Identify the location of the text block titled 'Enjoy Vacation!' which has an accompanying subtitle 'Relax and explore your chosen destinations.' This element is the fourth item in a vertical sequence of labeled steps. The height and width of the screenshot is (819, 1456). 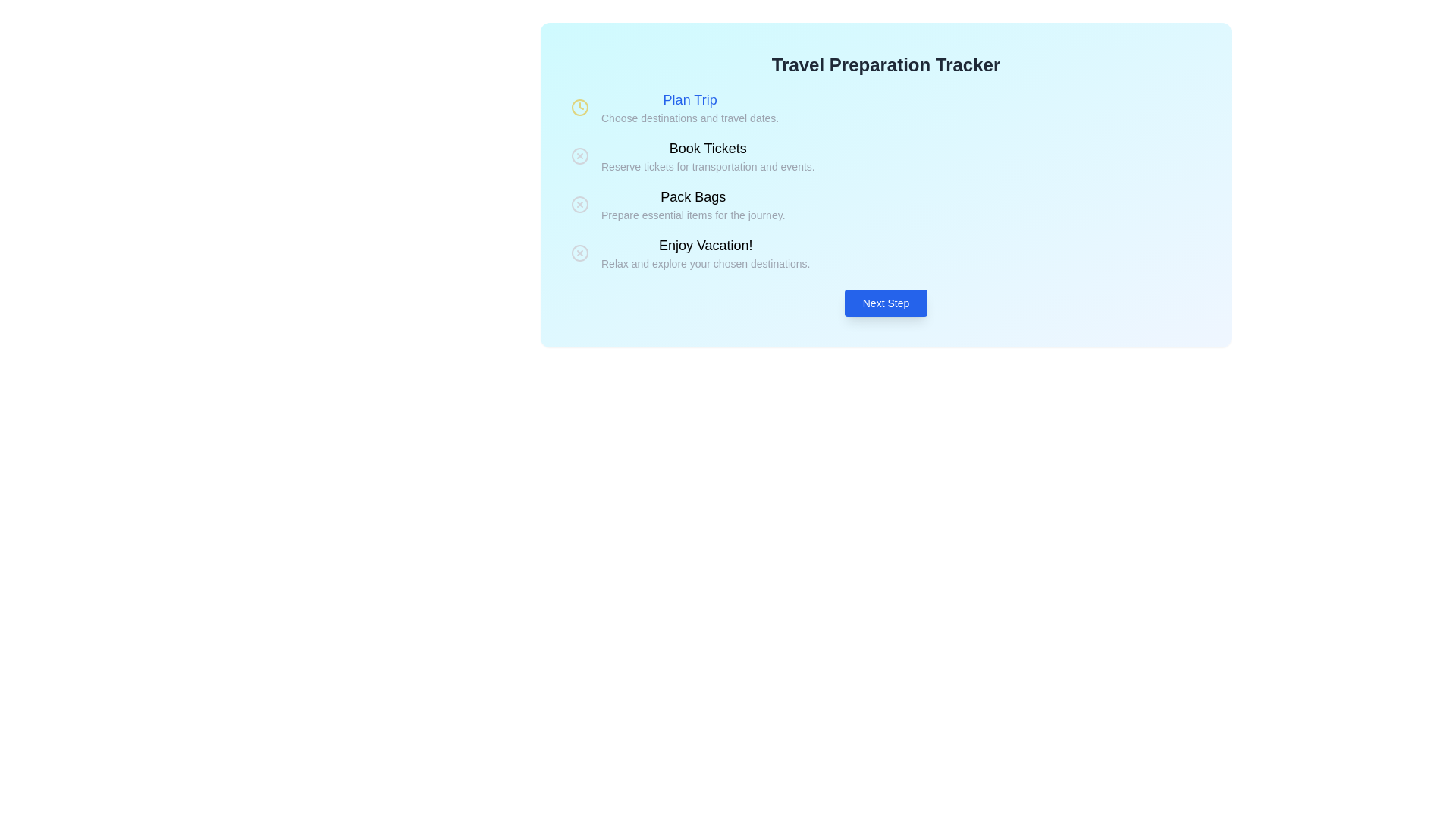
(704, 253).